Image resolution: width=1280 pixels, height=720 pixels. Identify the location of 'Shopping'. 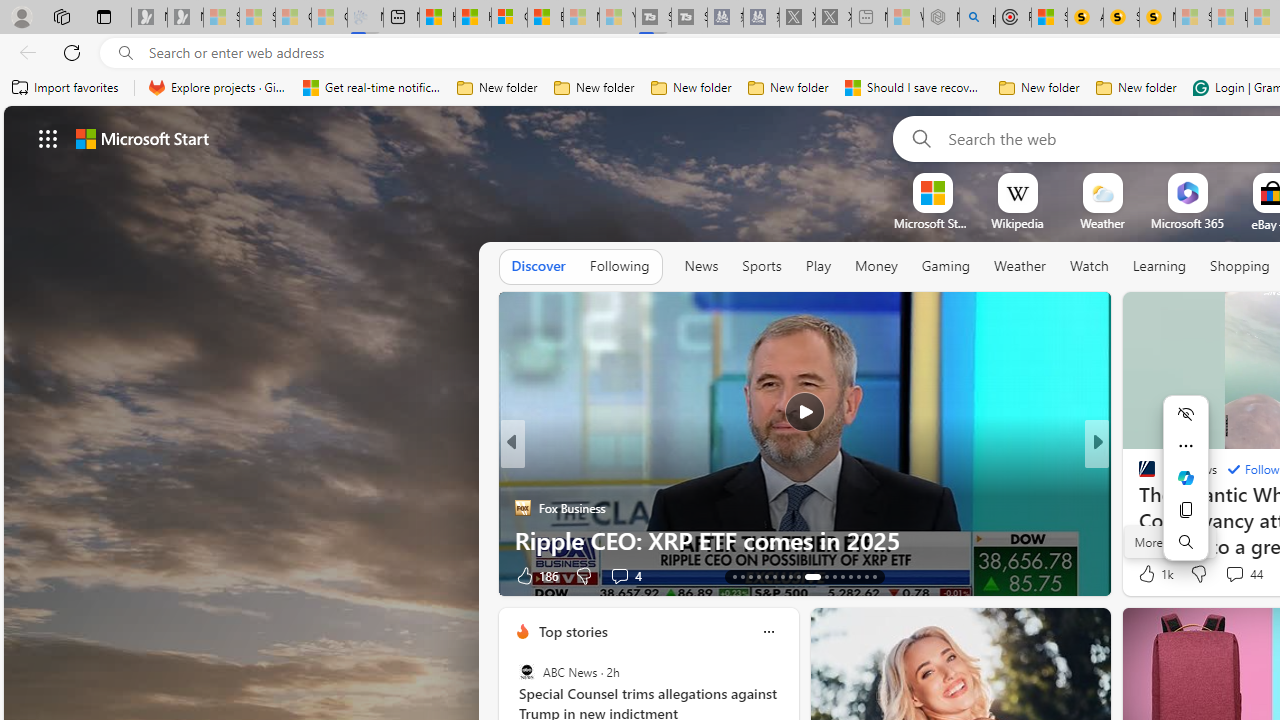
(1239, 265).